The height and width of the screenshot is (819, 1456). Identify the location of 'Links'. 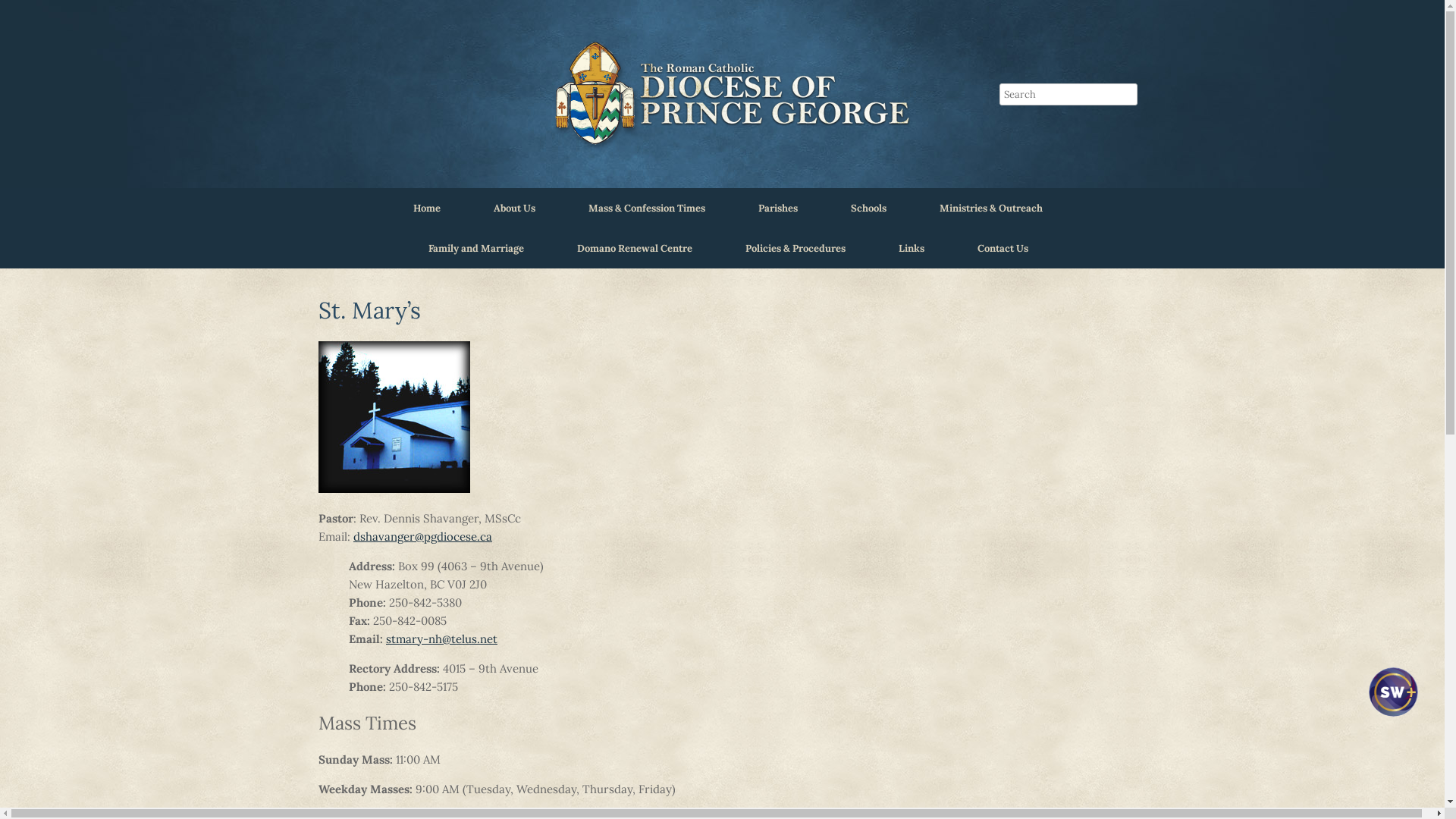
(910, 247).